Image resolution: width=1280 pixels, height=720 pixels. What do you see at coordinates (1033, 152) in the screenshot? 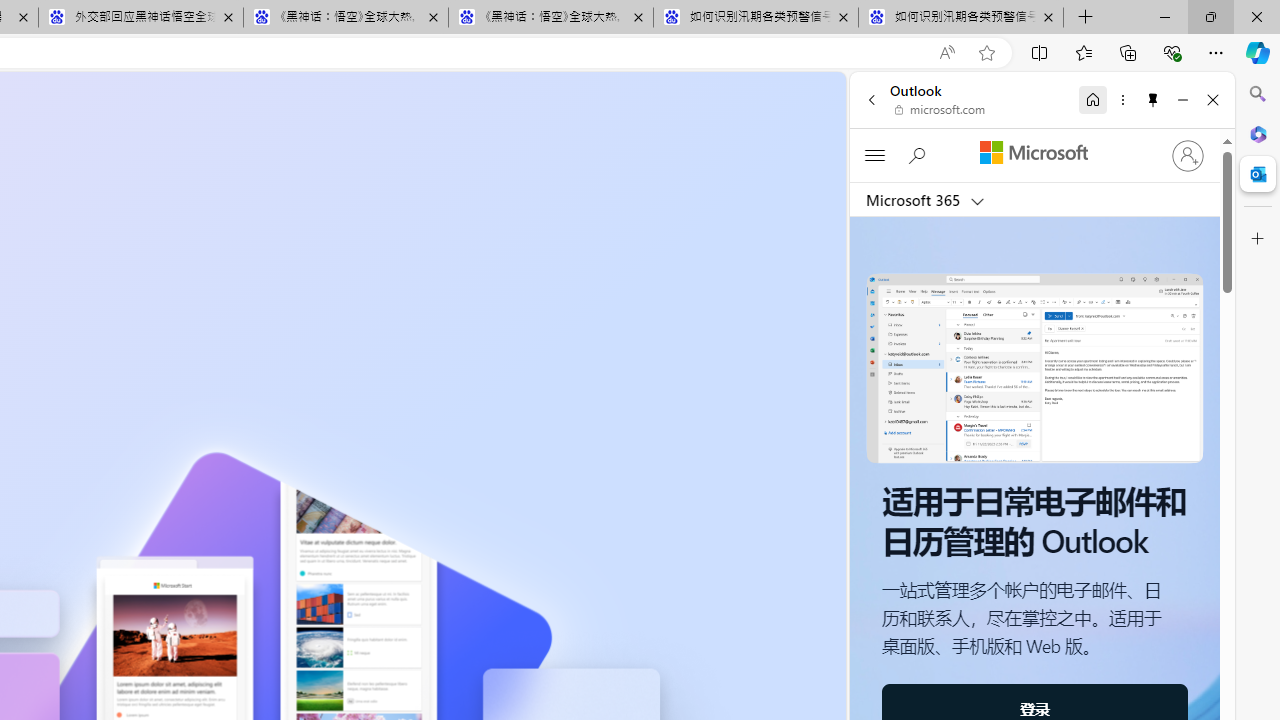
I see `'Microsoft'` at bounding box center [1033, 152].